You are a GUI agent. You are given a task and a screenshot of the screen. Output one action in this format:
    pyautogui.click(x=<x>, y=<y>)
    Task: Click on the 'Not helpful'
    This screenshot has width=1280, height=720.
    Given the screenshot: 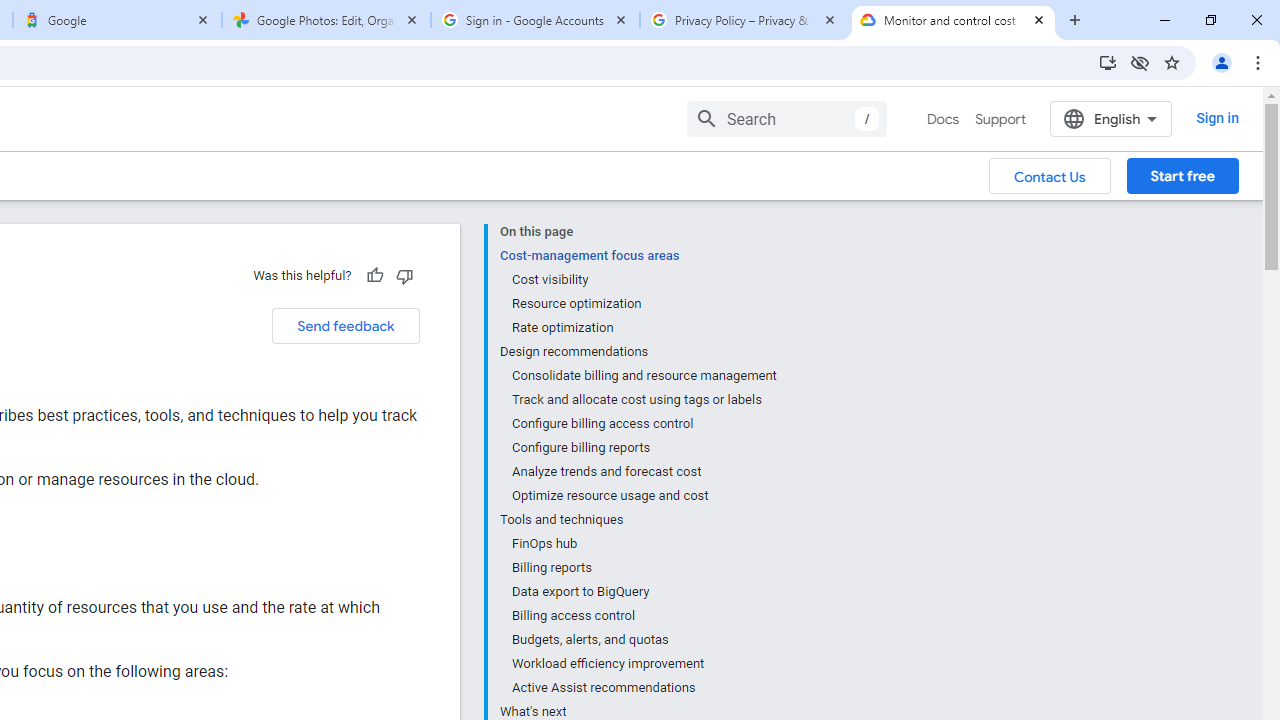 What is the action you would take?
    pyautogui.click(x=403, y=275)
    